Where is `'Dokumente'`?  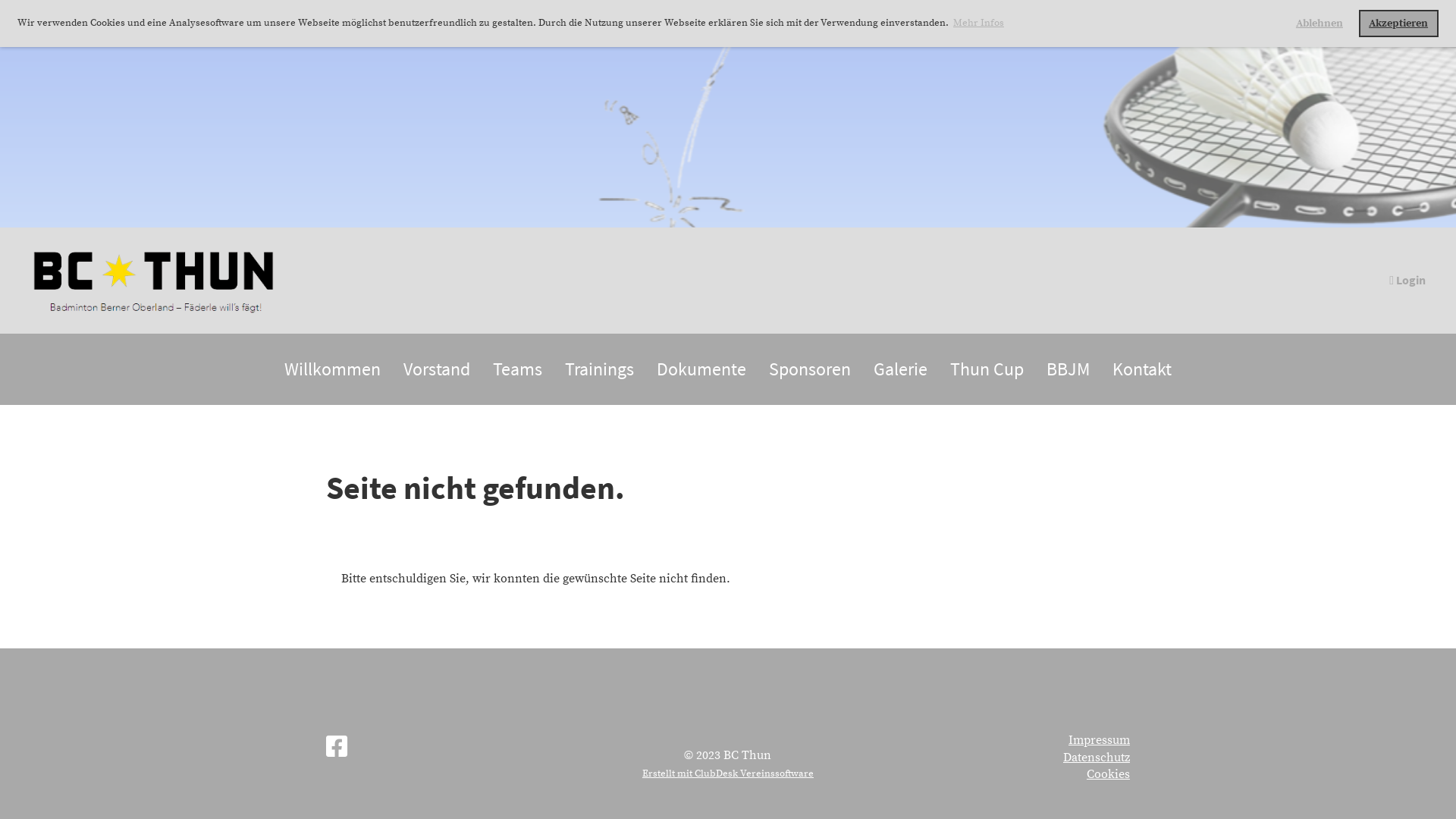
'Dokumente' is located at coordinates (701, 369).